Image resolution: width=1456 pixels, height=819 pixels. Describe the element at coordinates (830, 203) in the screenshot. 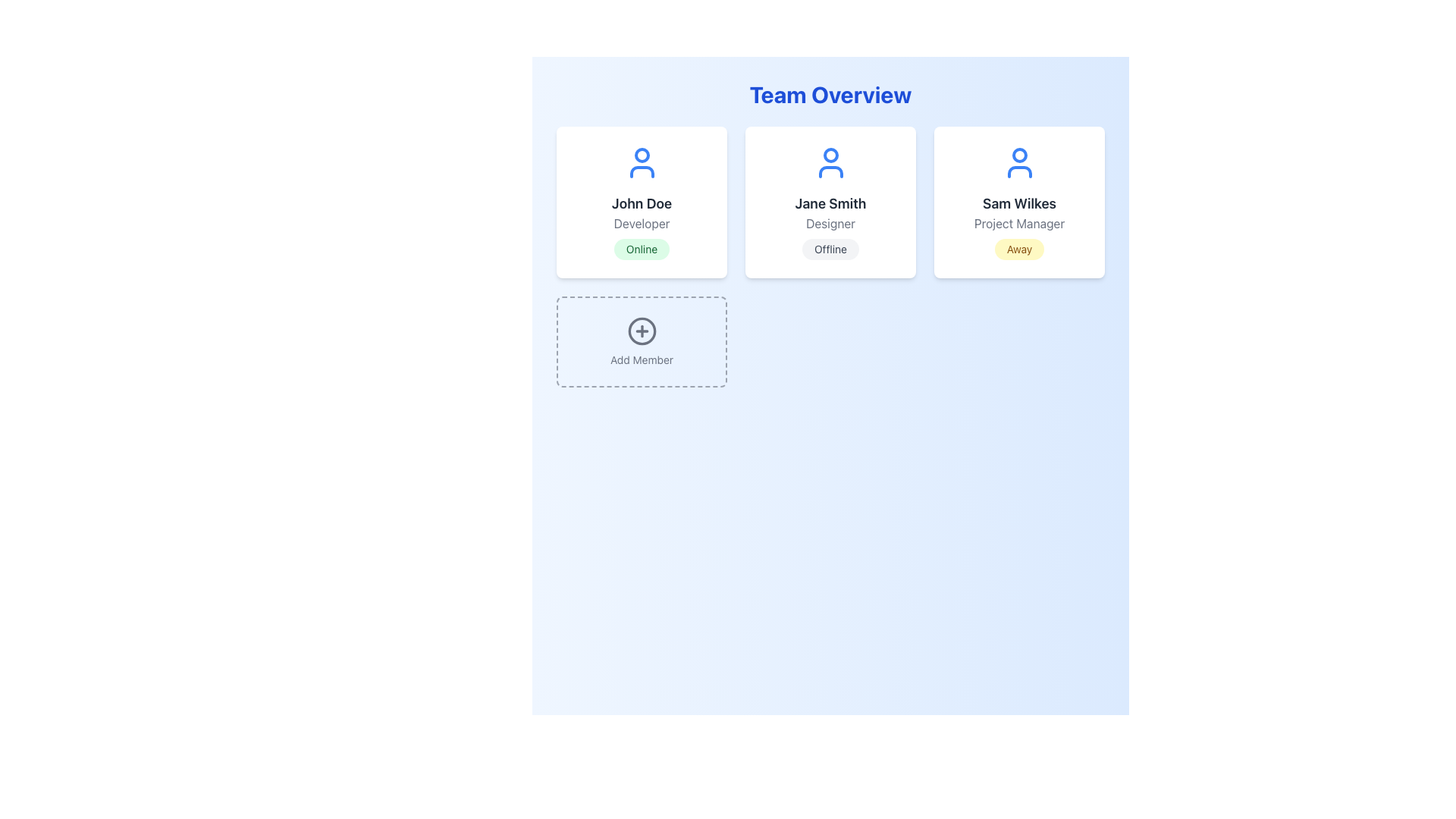

I see `the static text label displaying the user's name, which is located in the second card of three cards on the page, positioned between 'John Doe' and 'Sam Wilkes', beneath the user icon and above the descriptor 'Designer'` at that location.